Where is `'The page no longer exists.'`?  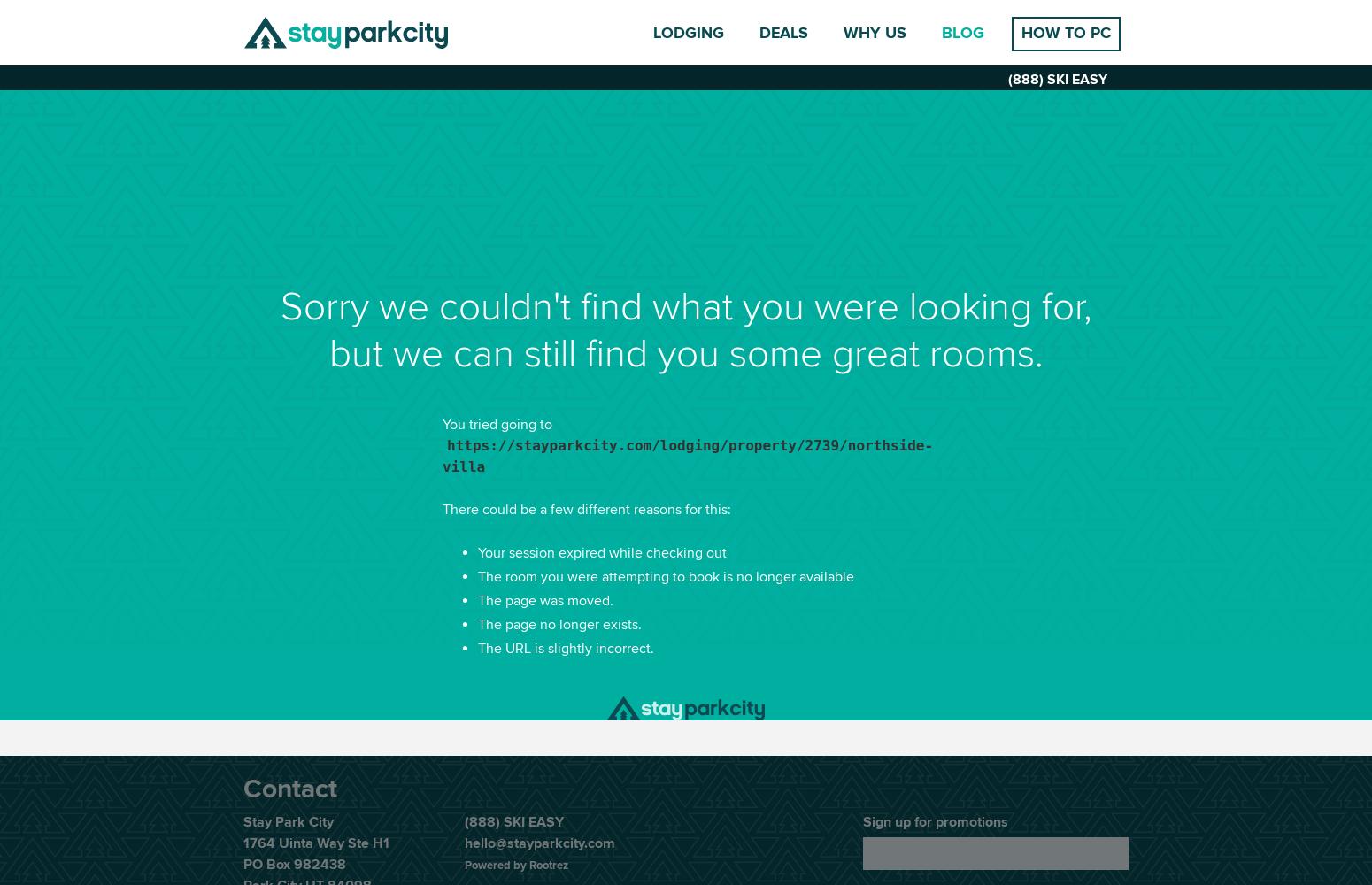 'The page no longer exists.' is located at coordinates (477, 623).